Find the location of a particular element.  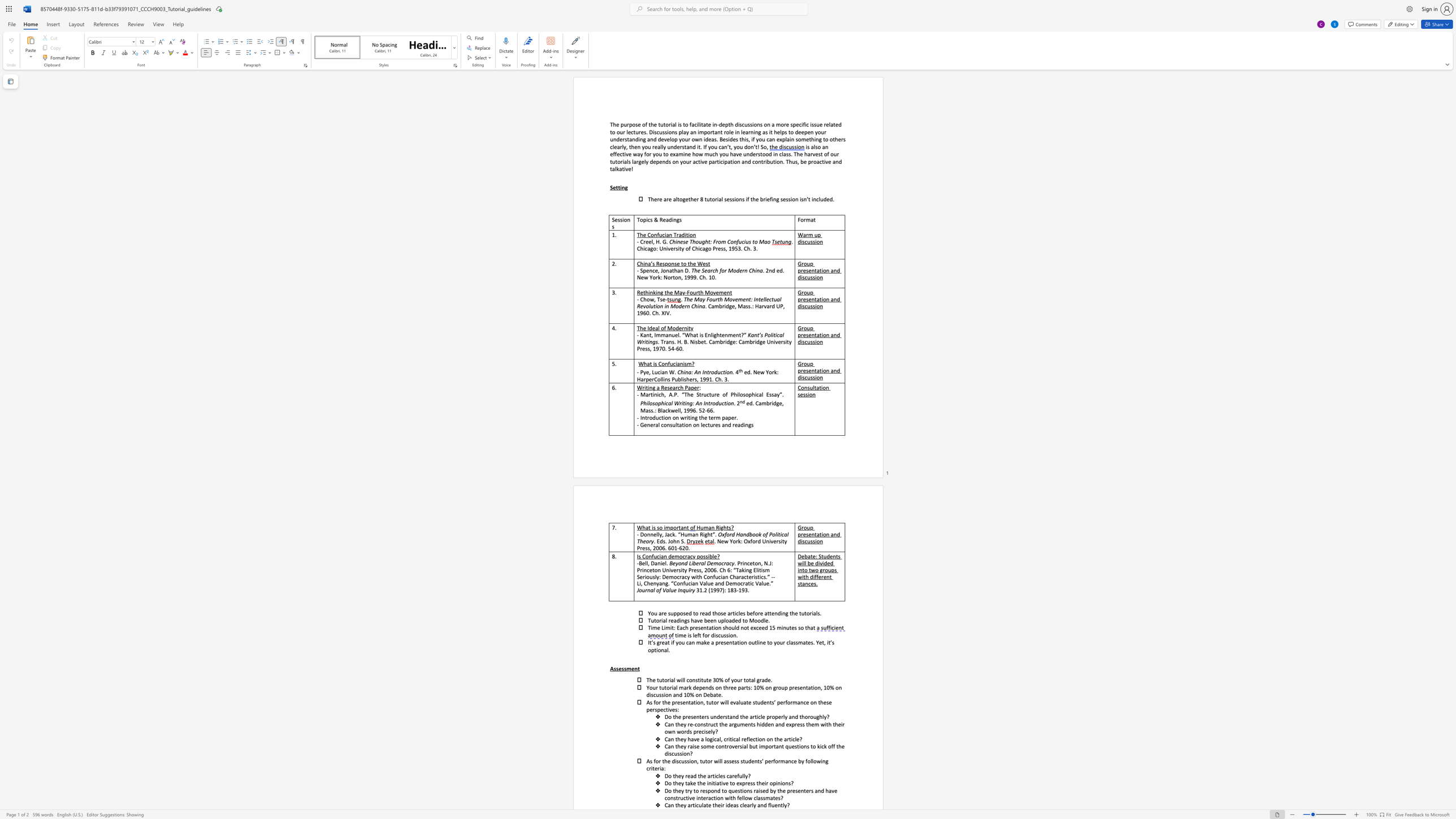

the subset text "ce on these pe" within the text "As for the presentation, tutor will evaluate students’ performance on these perspectives:" is located at coordinates (803, 701).